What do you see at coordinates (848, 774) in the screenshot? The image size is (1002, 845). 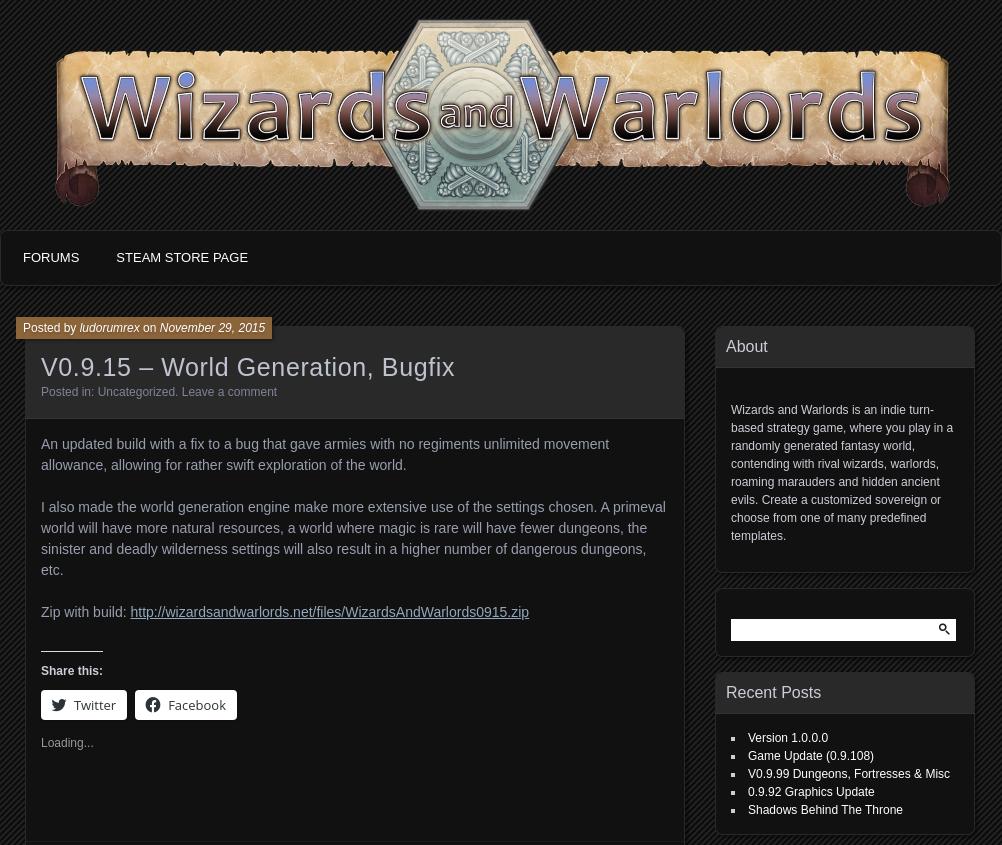 I see `'V0.9.99 Dungeons, Fortresses & Misc'` at bounding box center [848, 774].